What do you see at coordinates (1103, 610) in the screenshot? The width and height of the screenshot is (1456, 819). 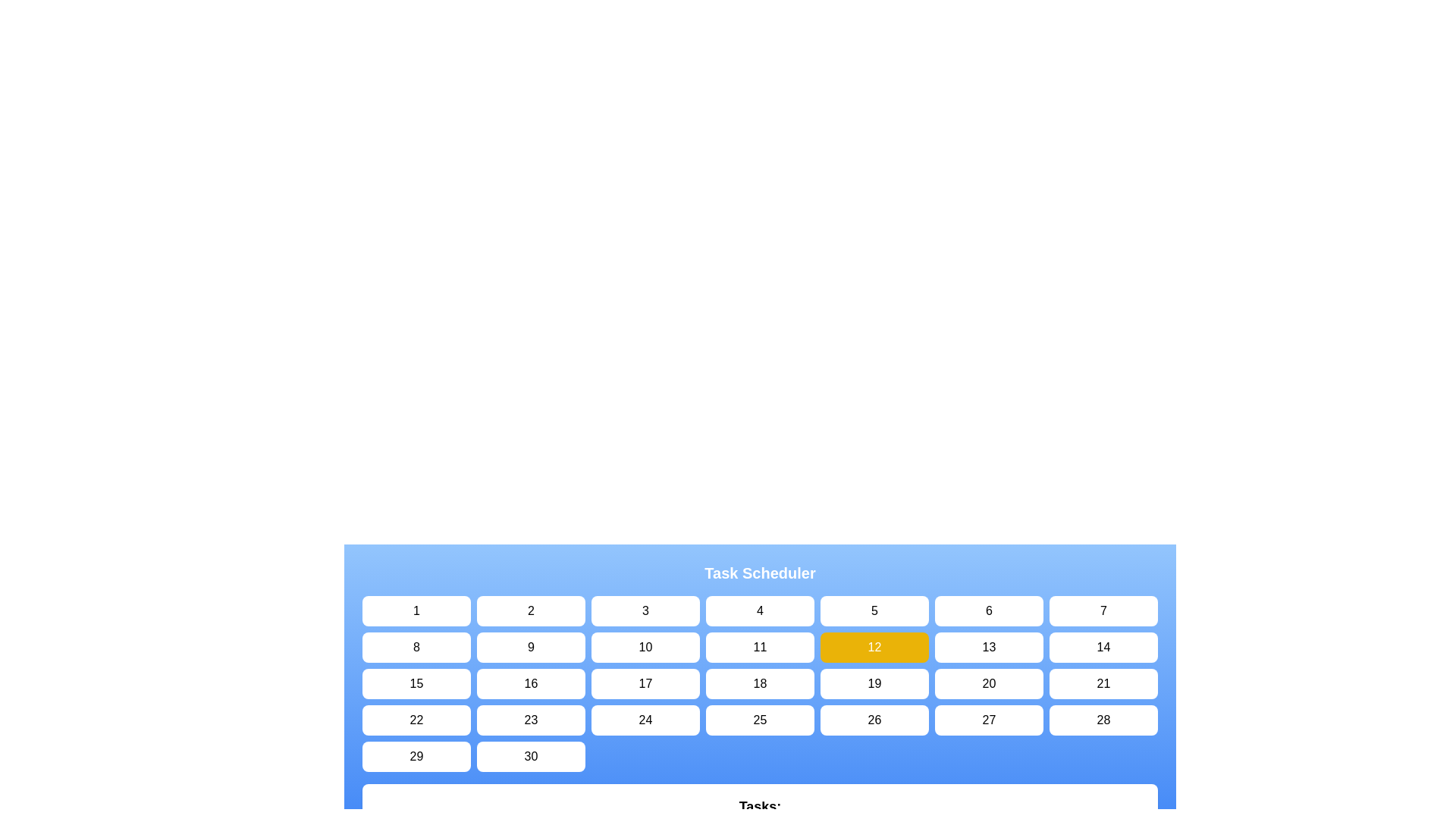 I see `the interactive selector button labeled with the number '7' in the grid layout` at bounding box center [1103, 610].